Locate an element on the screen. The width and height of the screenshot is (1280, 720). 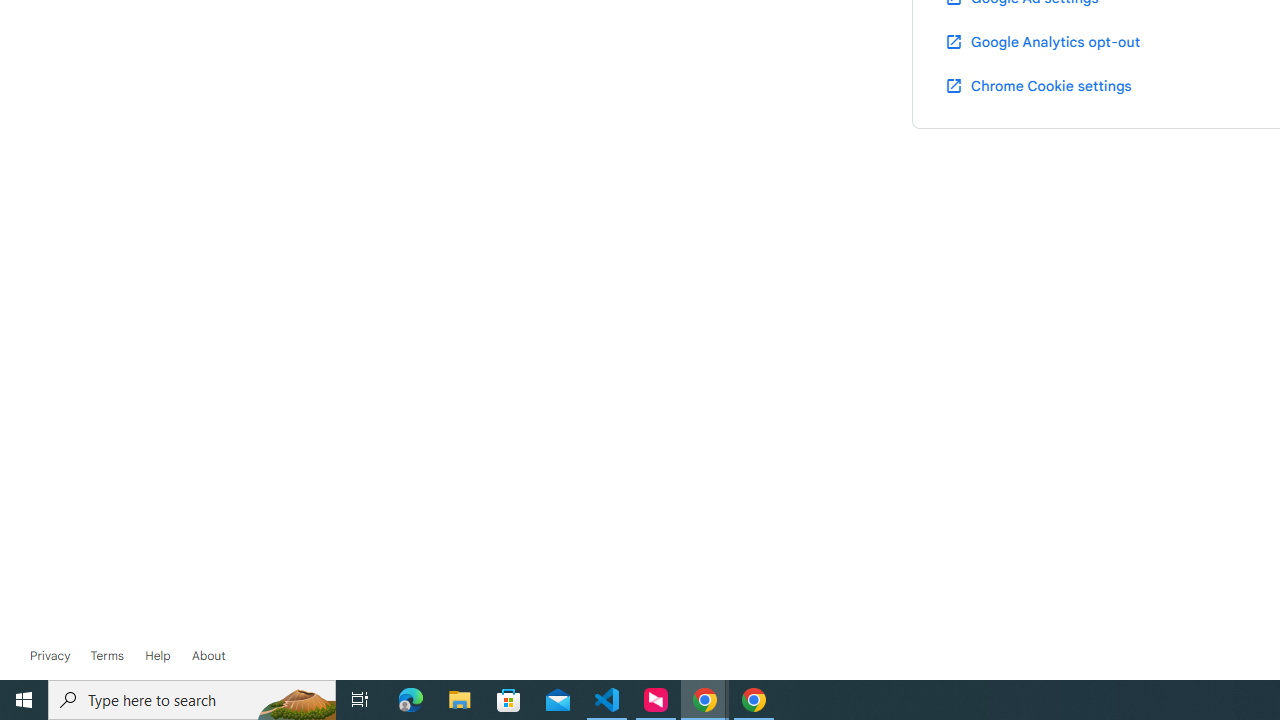
'Learn more about Google Account' is located at coordinates (208, 655).